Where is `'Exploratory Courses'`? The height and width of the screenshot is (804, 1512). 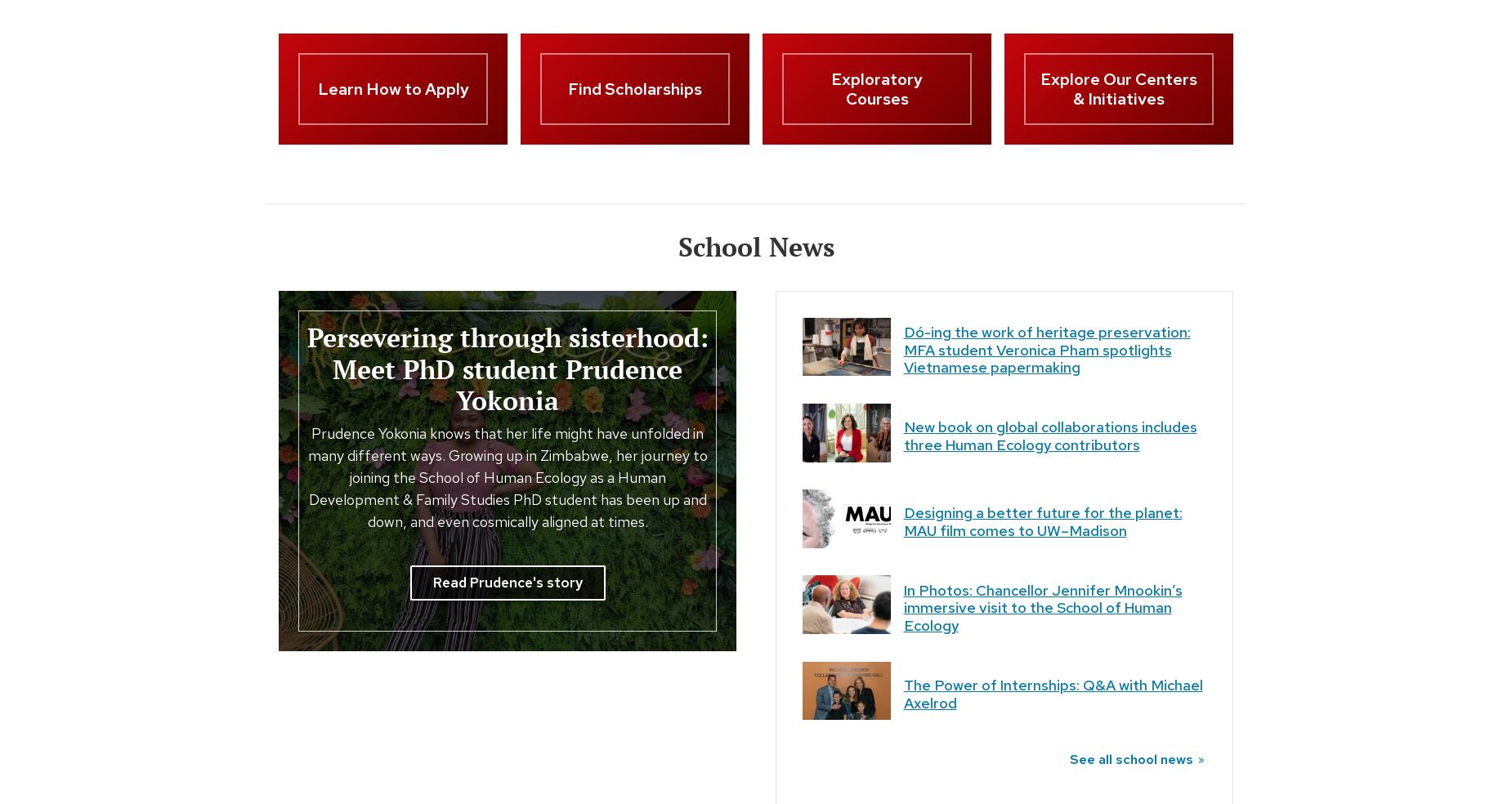
'Exploratory Courses' is located at coordinates (876, 88).